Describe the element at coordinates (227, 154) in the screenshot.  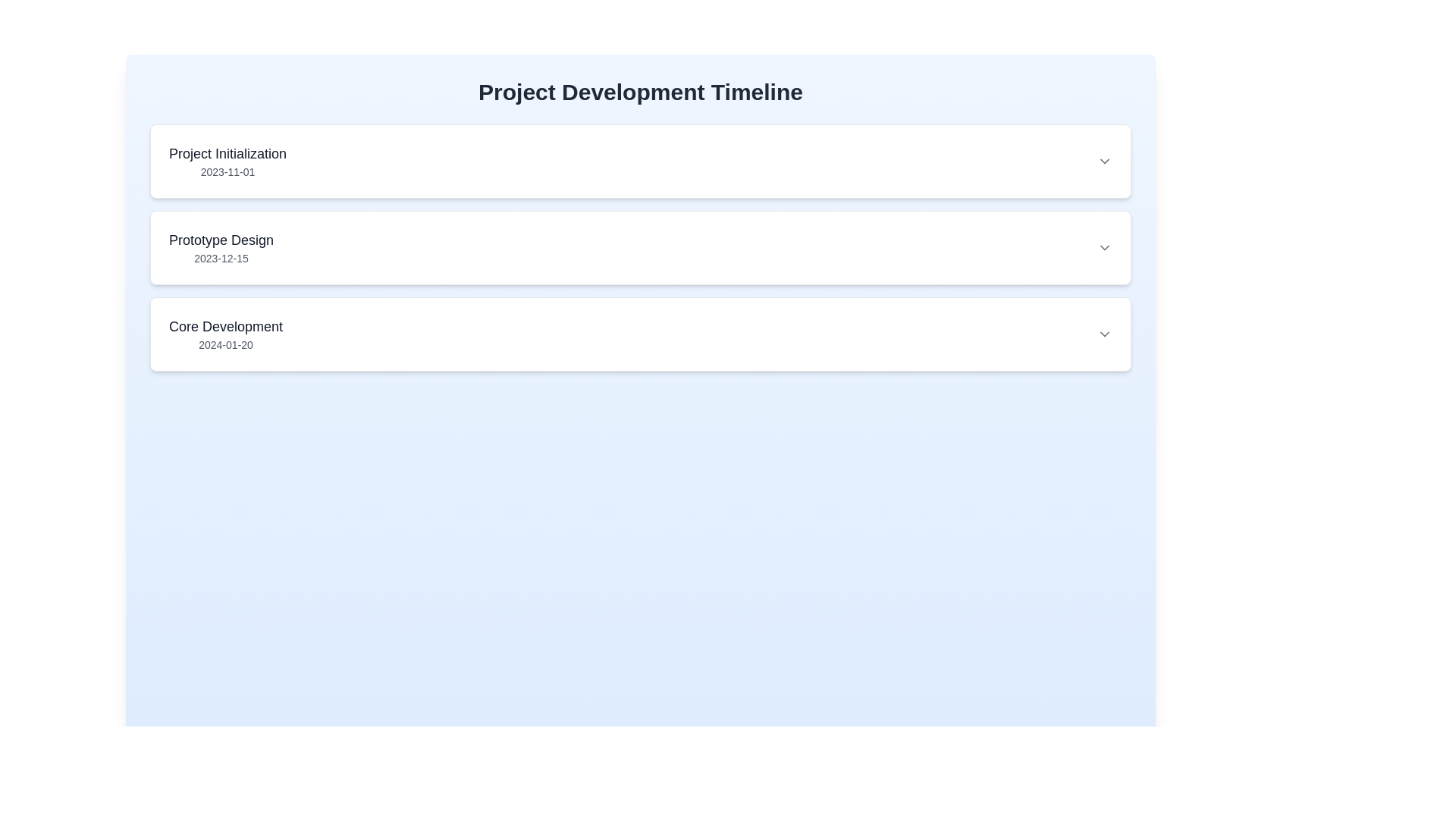
I see `the top text label inside the first white rectangular card in the 'Project Development Timeline' section, which indicates the title of a section or milestone` at that location.